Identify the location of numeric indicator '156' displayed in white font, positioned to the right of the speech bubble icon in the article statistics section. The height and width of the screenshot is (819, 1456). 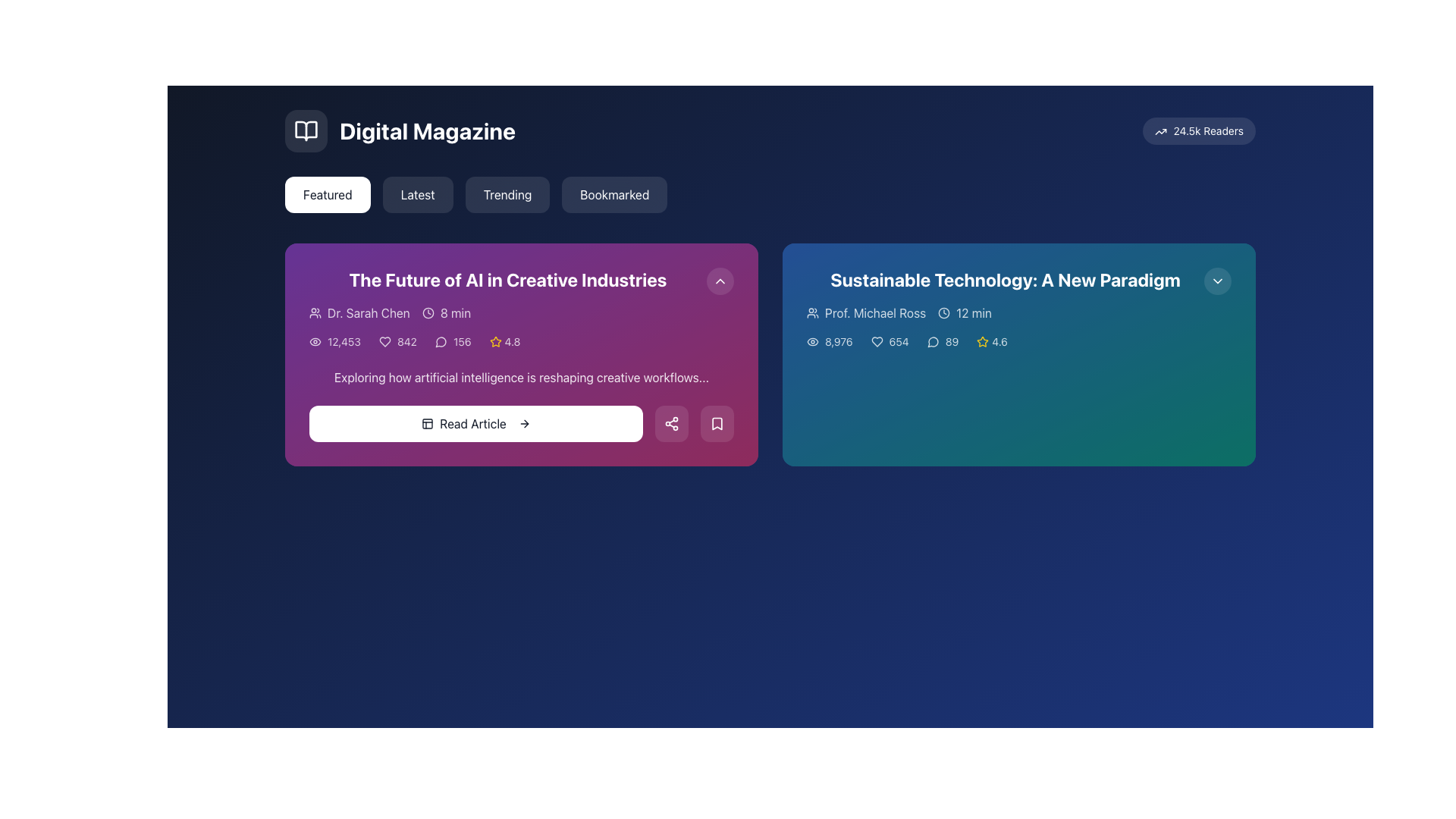
(452, 342).